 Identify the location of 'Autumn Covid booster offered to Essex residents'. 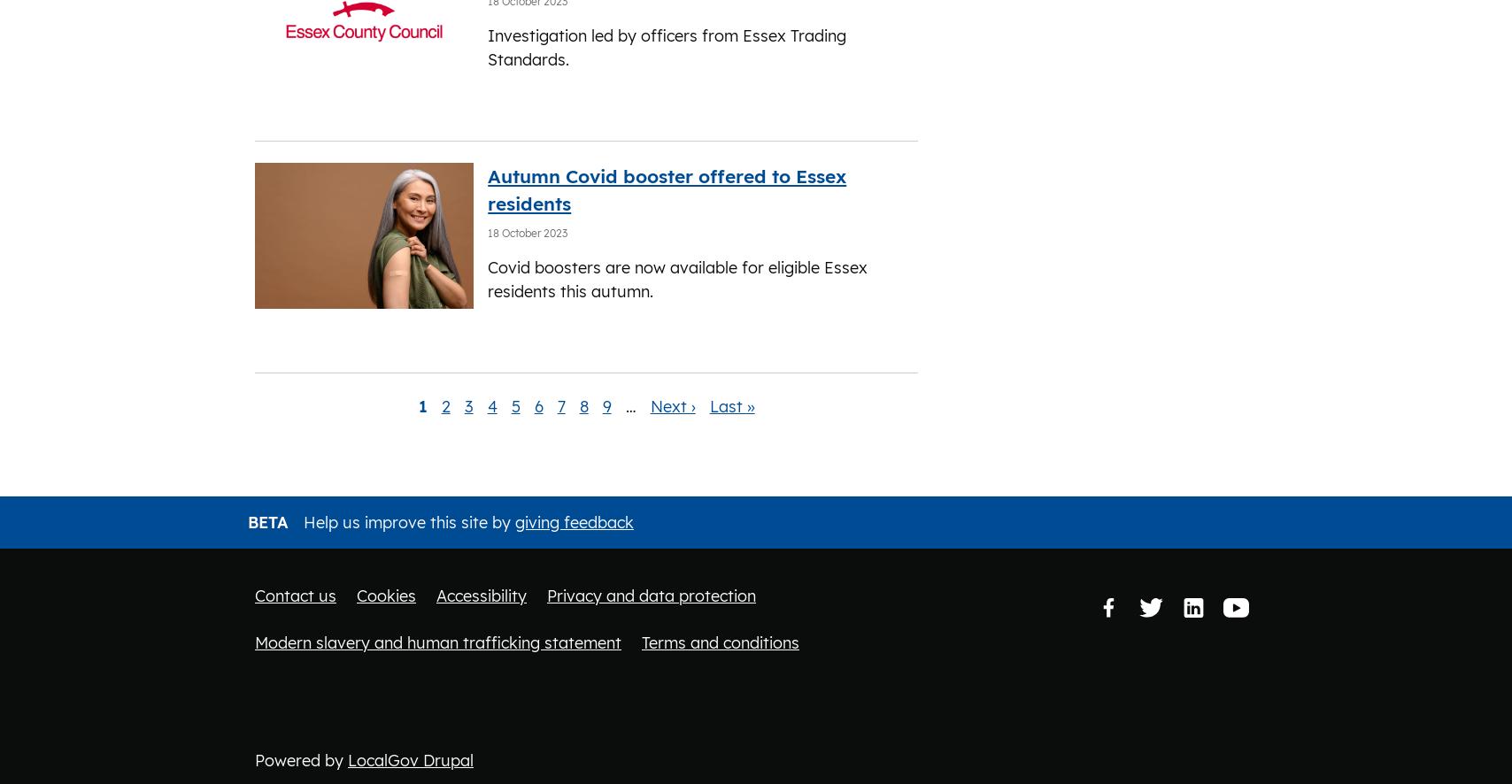
(488, 188).